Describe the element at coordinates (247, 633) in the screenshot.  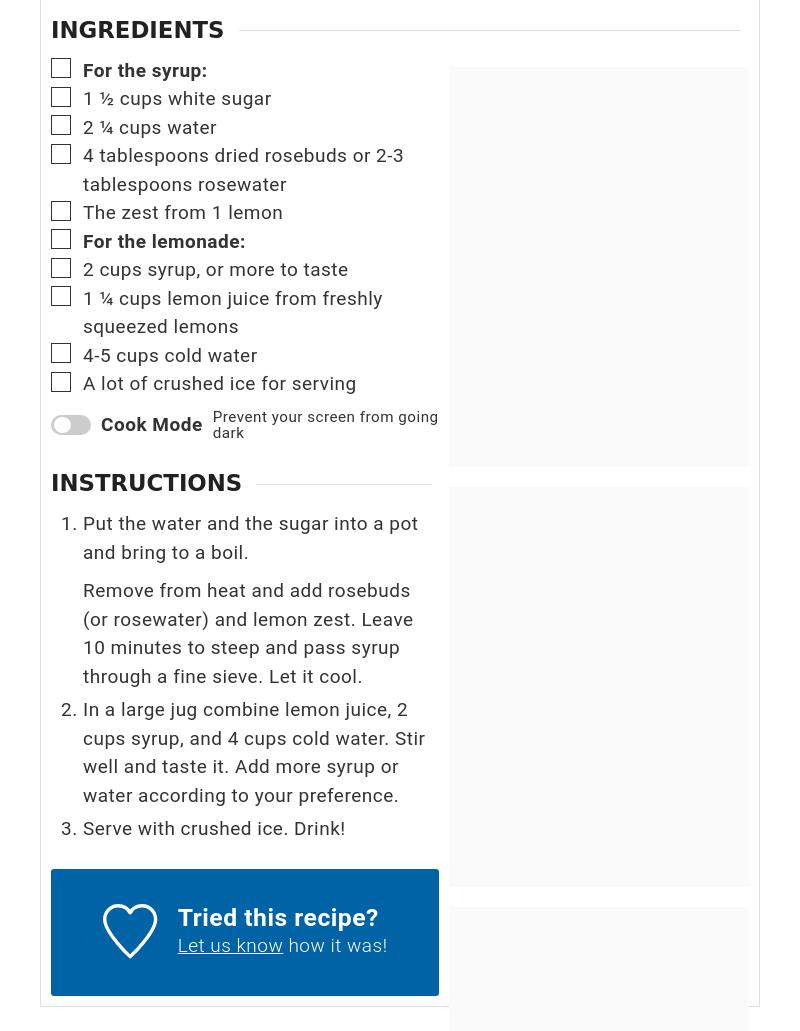
I see `'Remove from heat and add rosebuds (or rosewater) and lemon zest. Leave 10 minutes to steep and pass syrup through a fine sieve. Let it cool.'` at that location.